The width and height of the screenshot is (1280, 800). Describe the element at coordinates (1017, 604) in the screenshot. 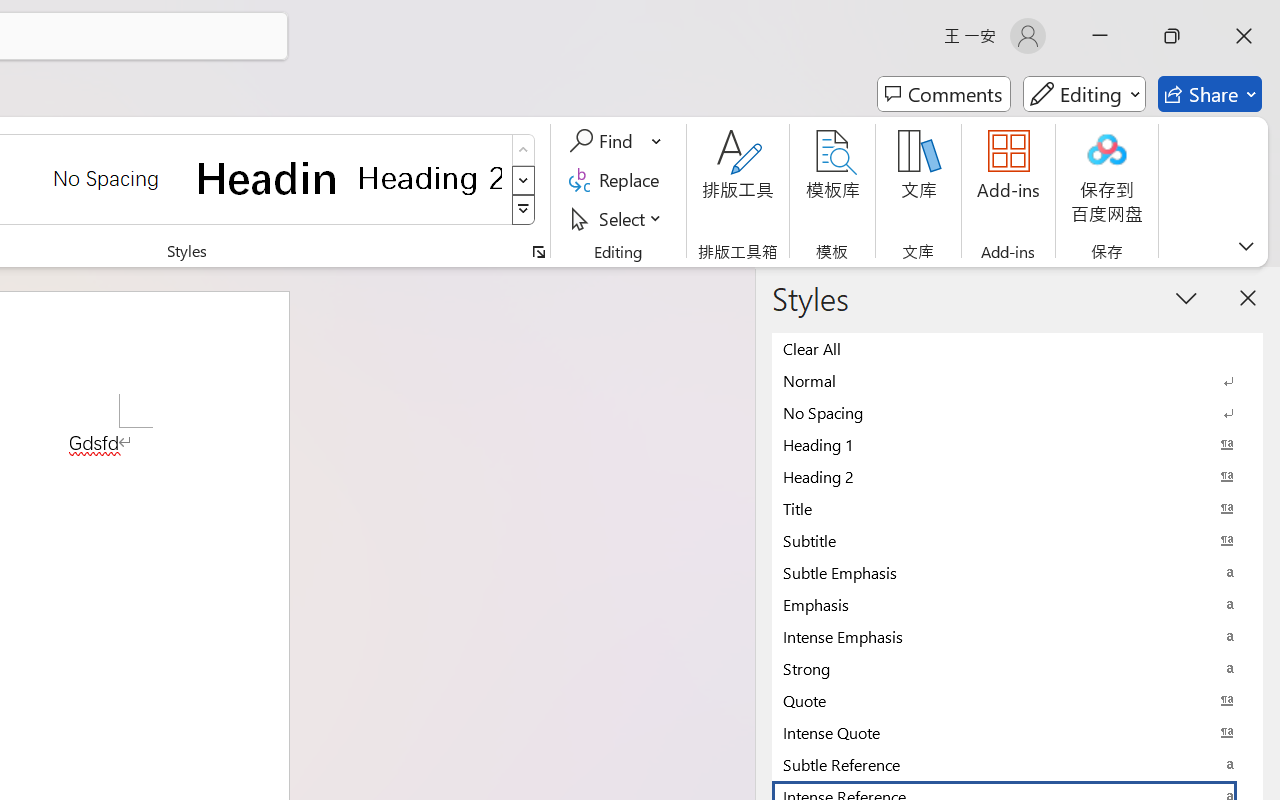

I see `'Emphasis'` at that location.